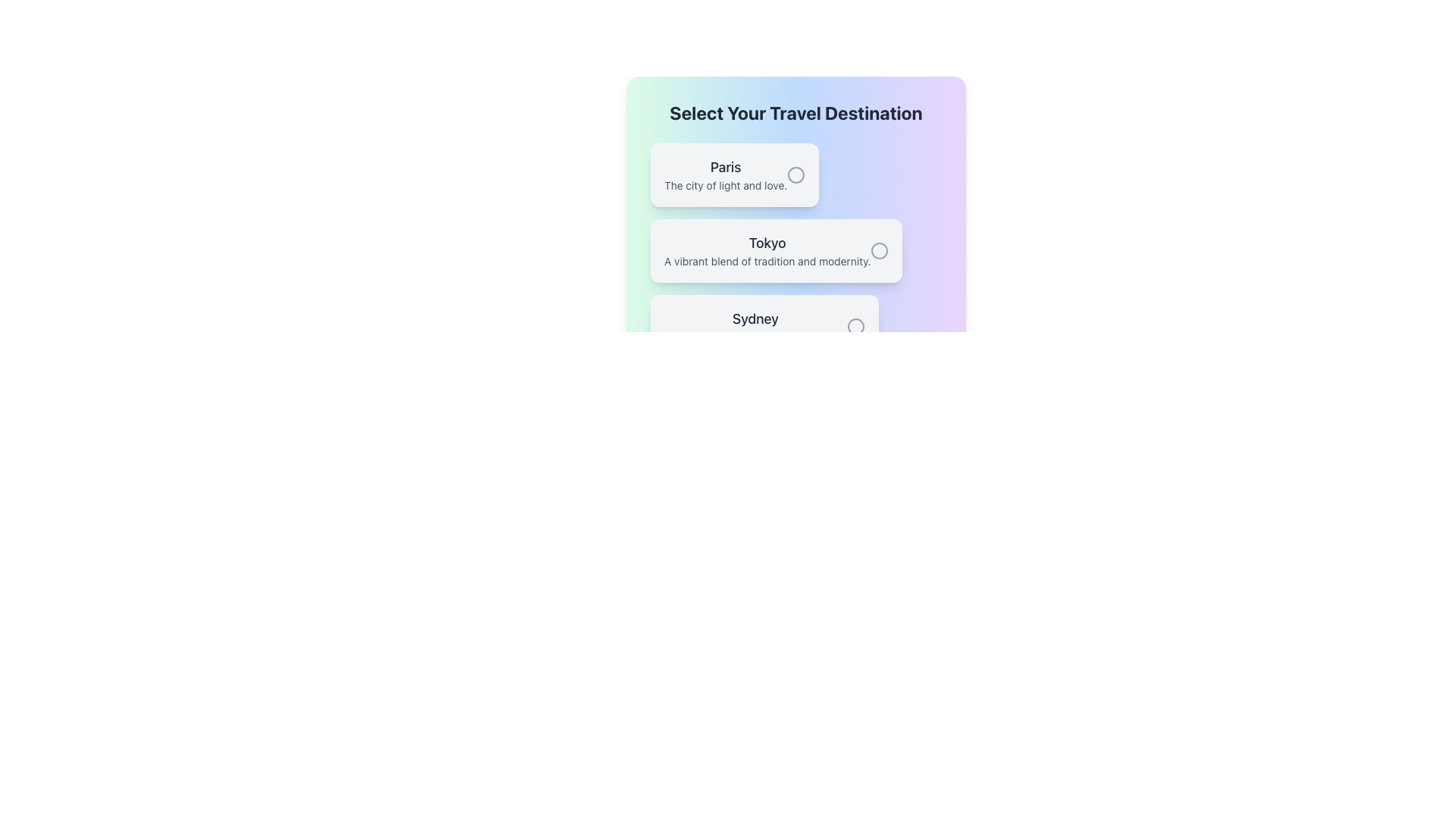  I want to click on the text content of the Label that describes Tokyo as a travel destination, positioned as the second option under 'Select Your Travel Destination.', so click(767, 250).